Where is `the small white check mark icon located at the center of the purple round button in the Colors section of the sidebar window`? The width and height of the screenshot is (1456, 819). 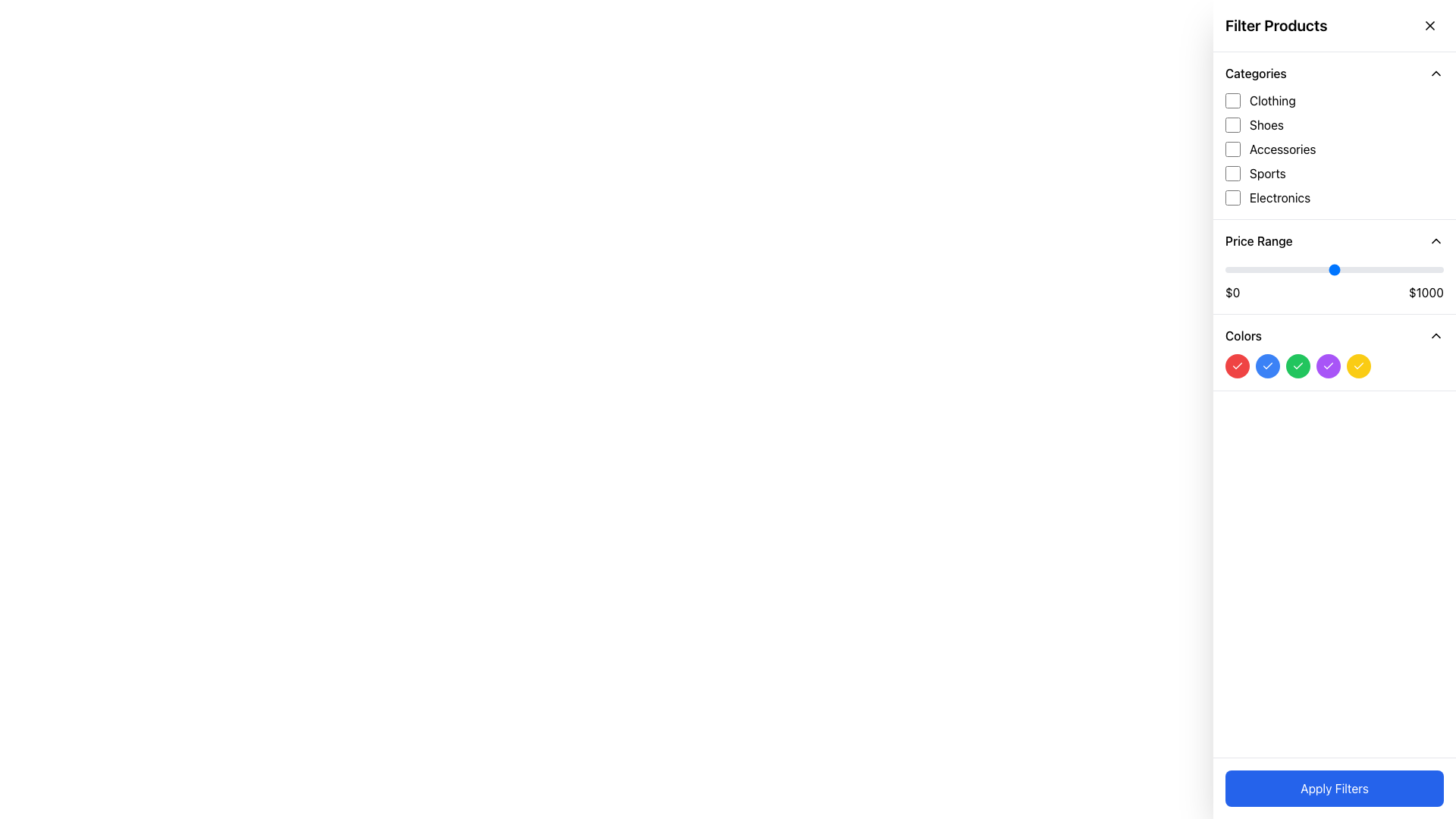 the small white check mark icon located at the center of the purple round button in the Colors section of the sidebar window is located at coordinates (1328, 366).